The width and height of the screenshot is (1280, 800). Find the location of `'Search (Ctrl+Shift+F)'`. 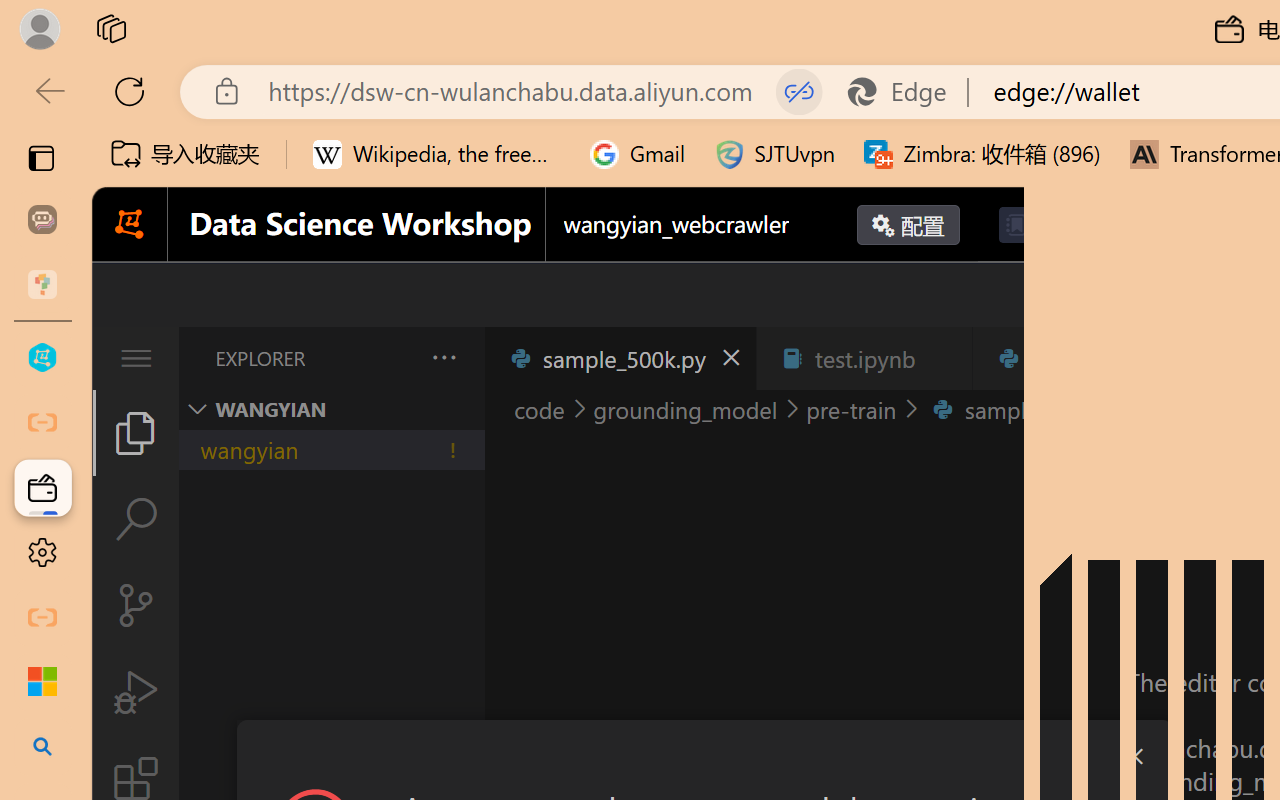

'Search (Ctrl+Shift+F)' is located at coordinates (134, 518).